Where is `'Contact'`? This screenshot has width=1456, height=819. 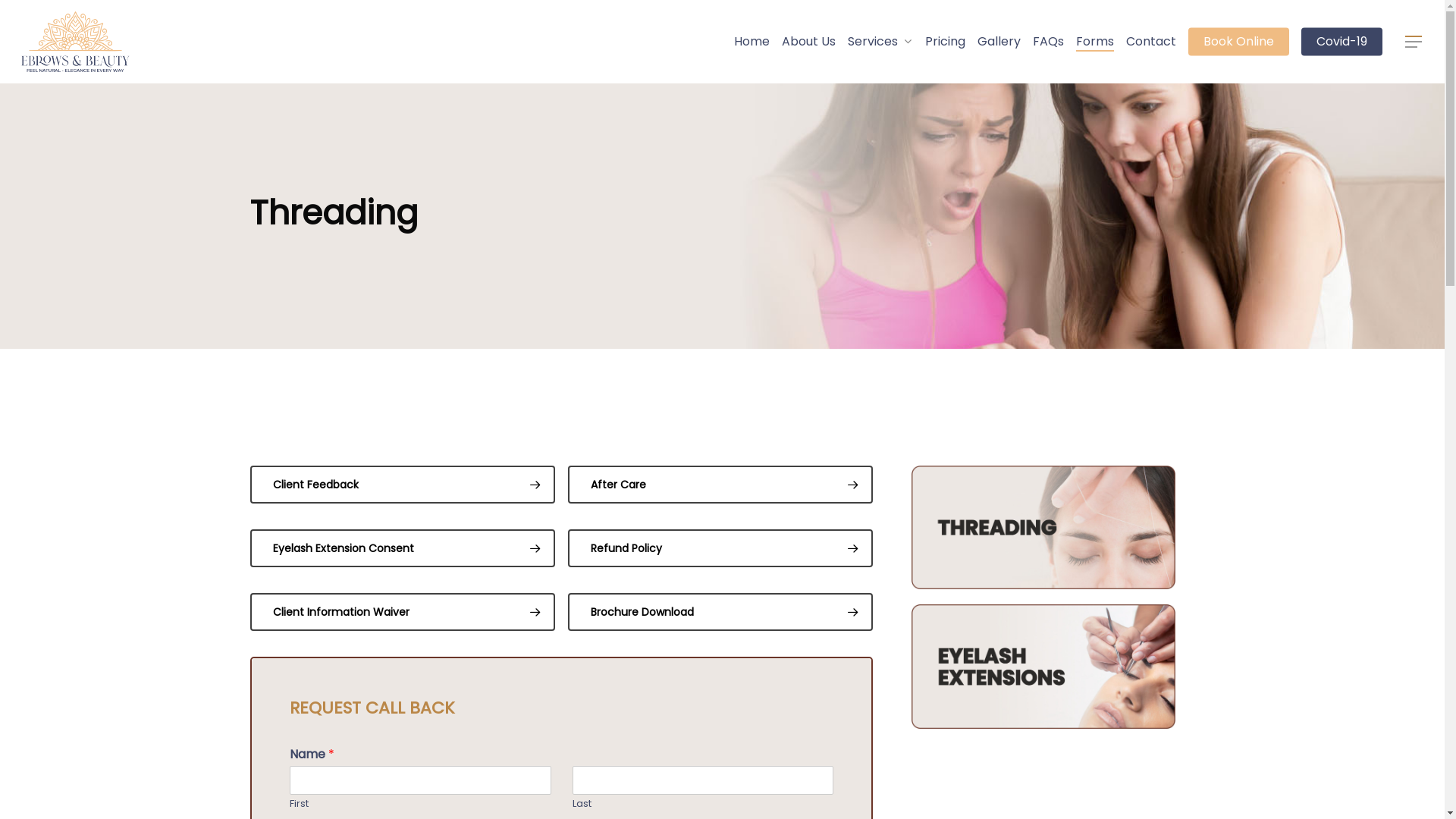
'Contact' is located at coordinates (1125, 40).